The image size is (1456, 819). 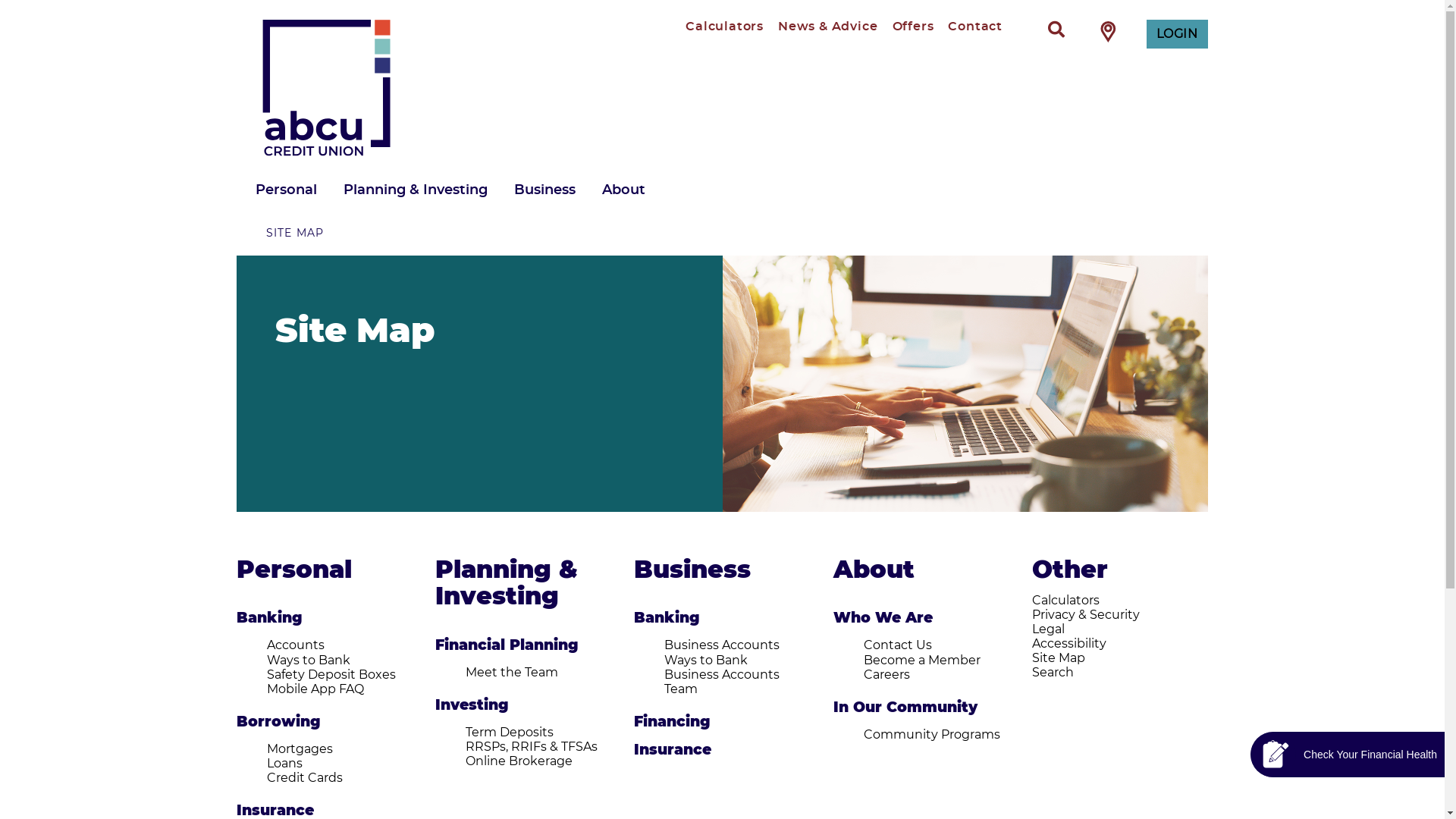 What do you see at coordinates (1176, 34) in the screenshot?
I see `'LOGIN'` at bounding box center [1176, 34].